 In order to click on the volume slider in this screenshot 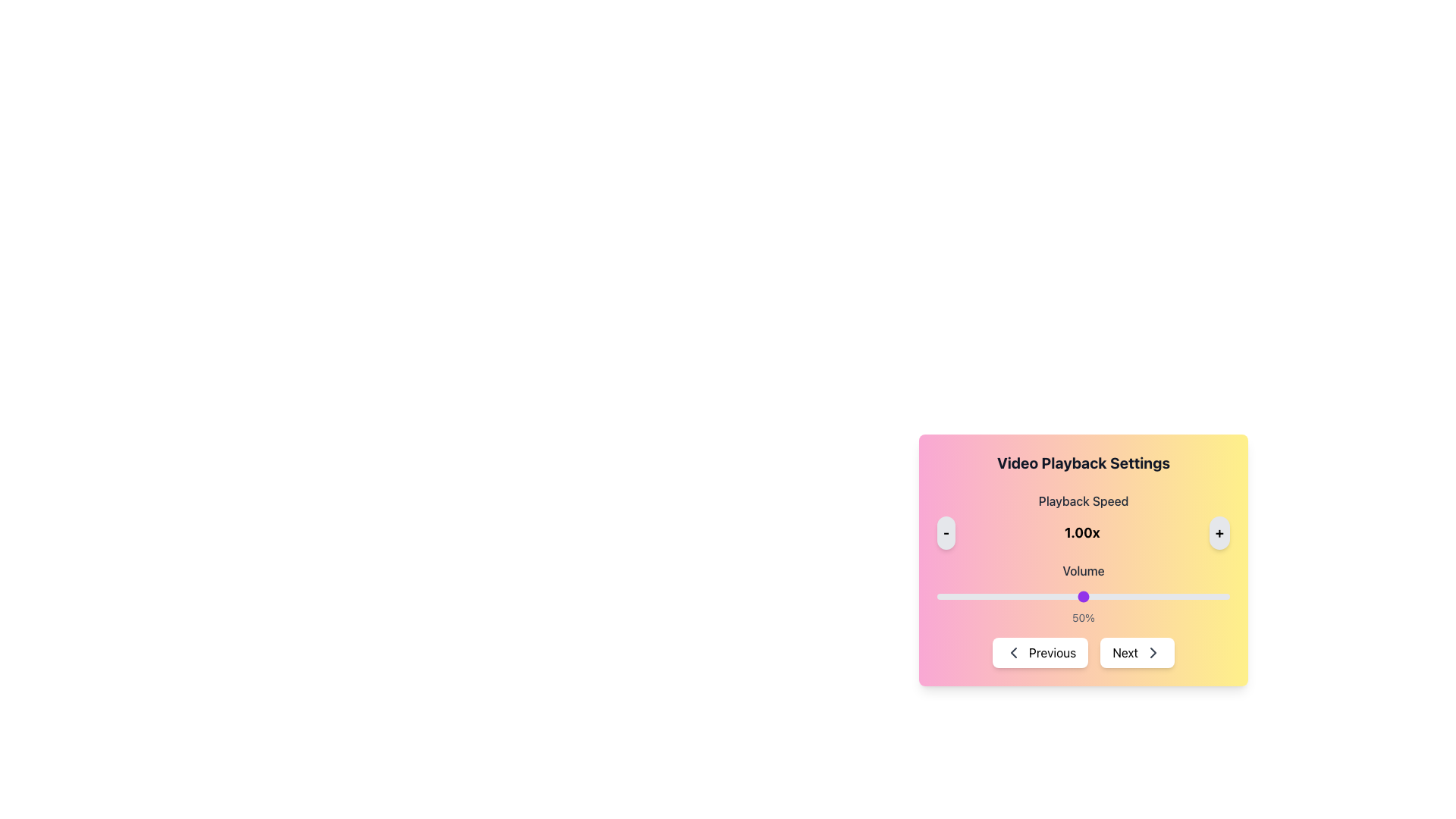, I will do `click(1182, 595)`.